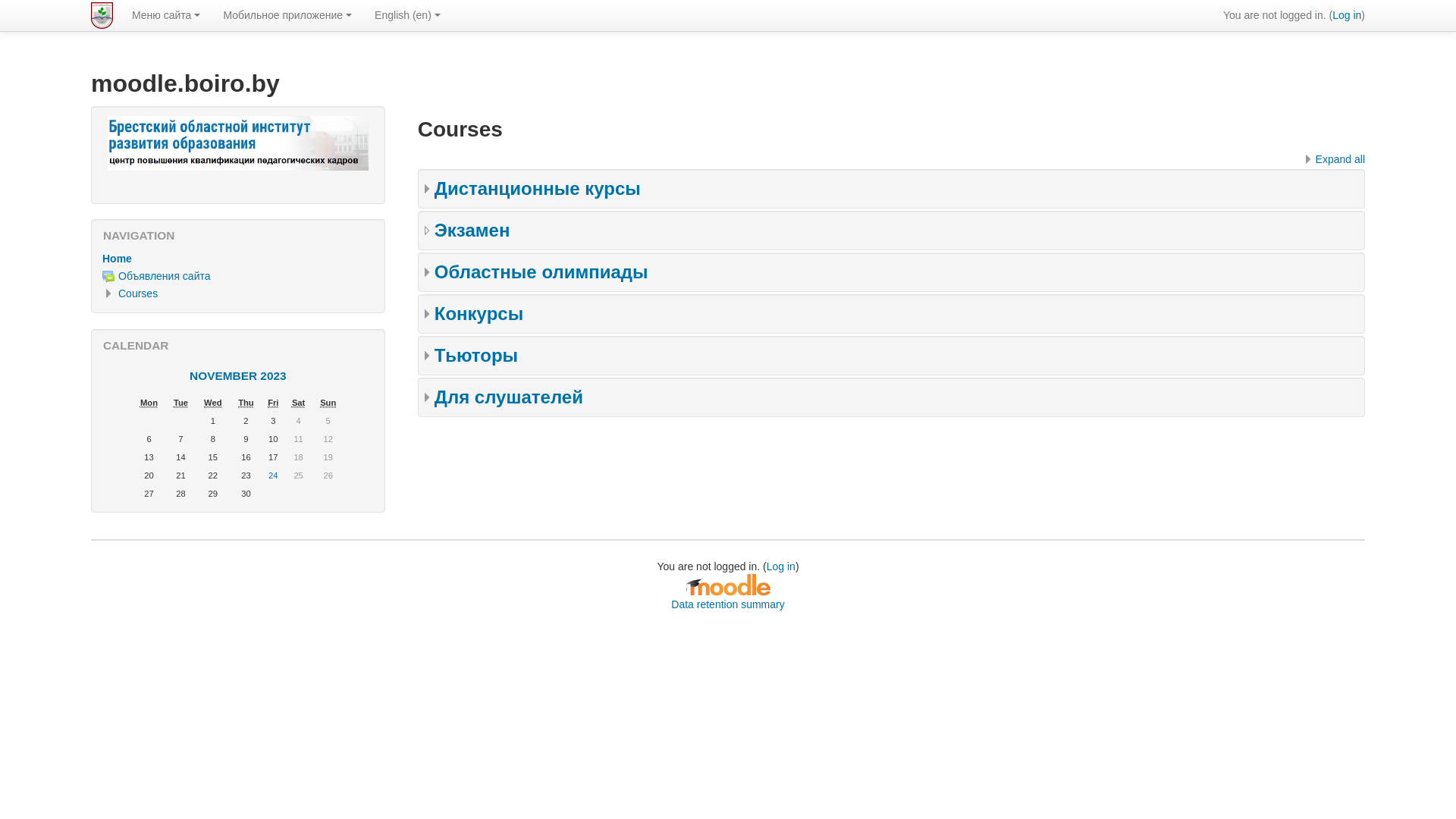  What do you see at coordinates (273, 475) in the screenshot?
I see `'24'` at bounding box center [273, 475].